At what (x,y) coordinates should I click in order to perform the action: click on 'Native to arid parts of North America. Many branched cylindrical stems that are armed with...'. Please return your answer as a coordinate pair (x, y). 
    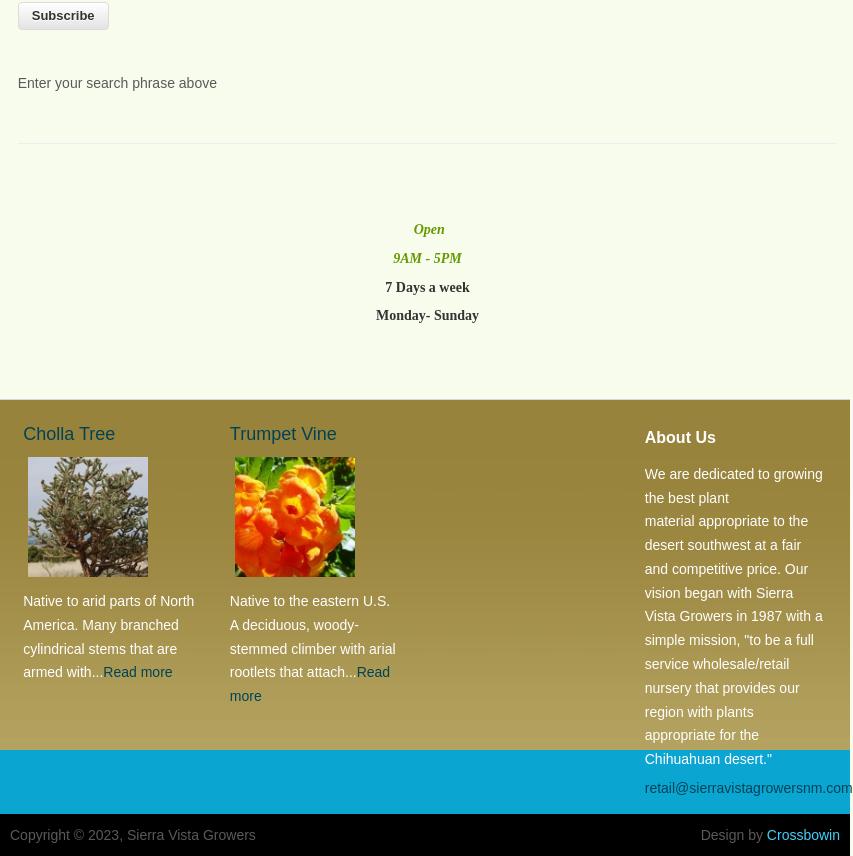
    Looking at the image, I should click on (108, 635).